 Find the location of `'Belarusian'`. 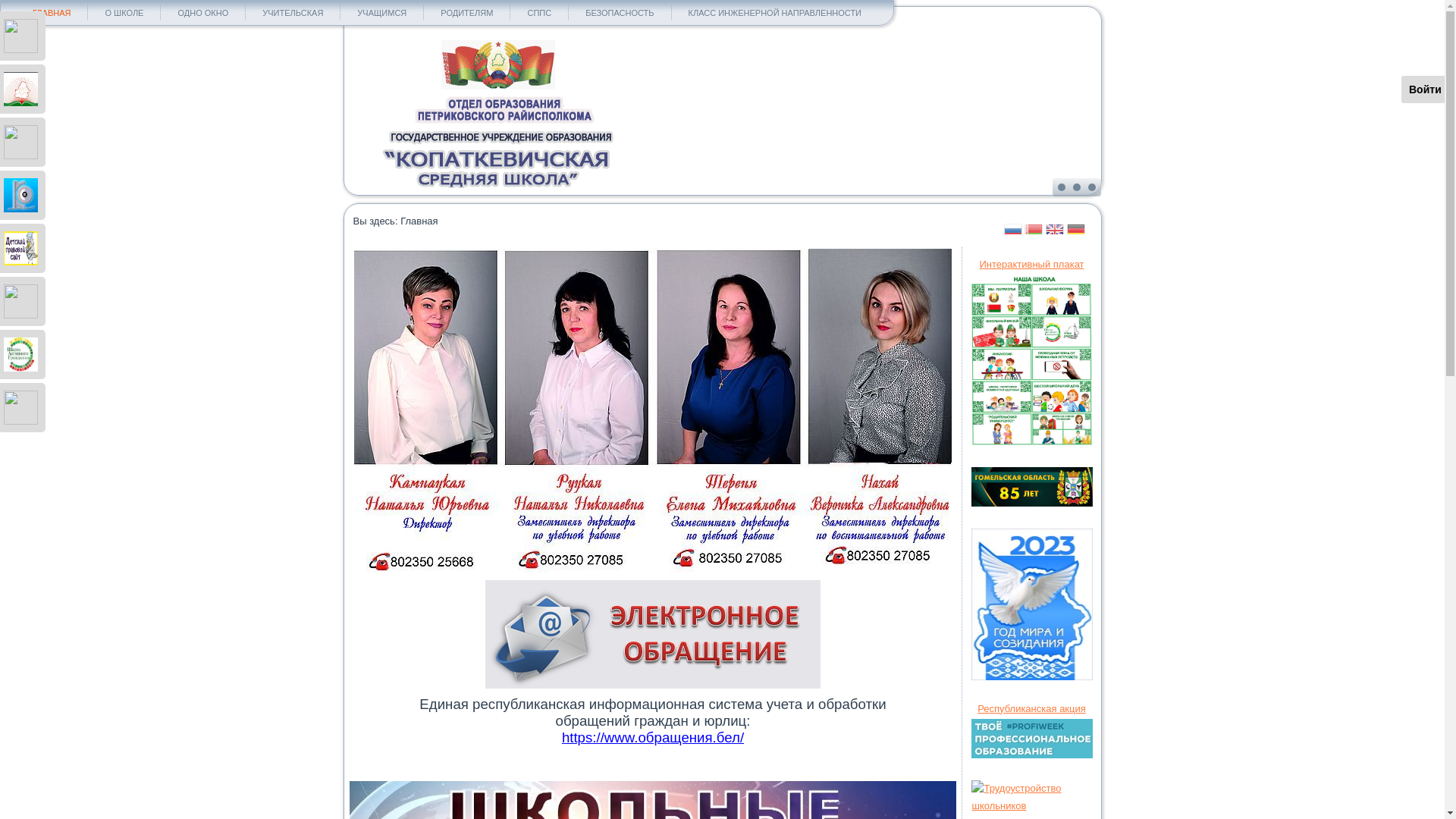

'Belarusian' is located at coordinates (1033, 227).